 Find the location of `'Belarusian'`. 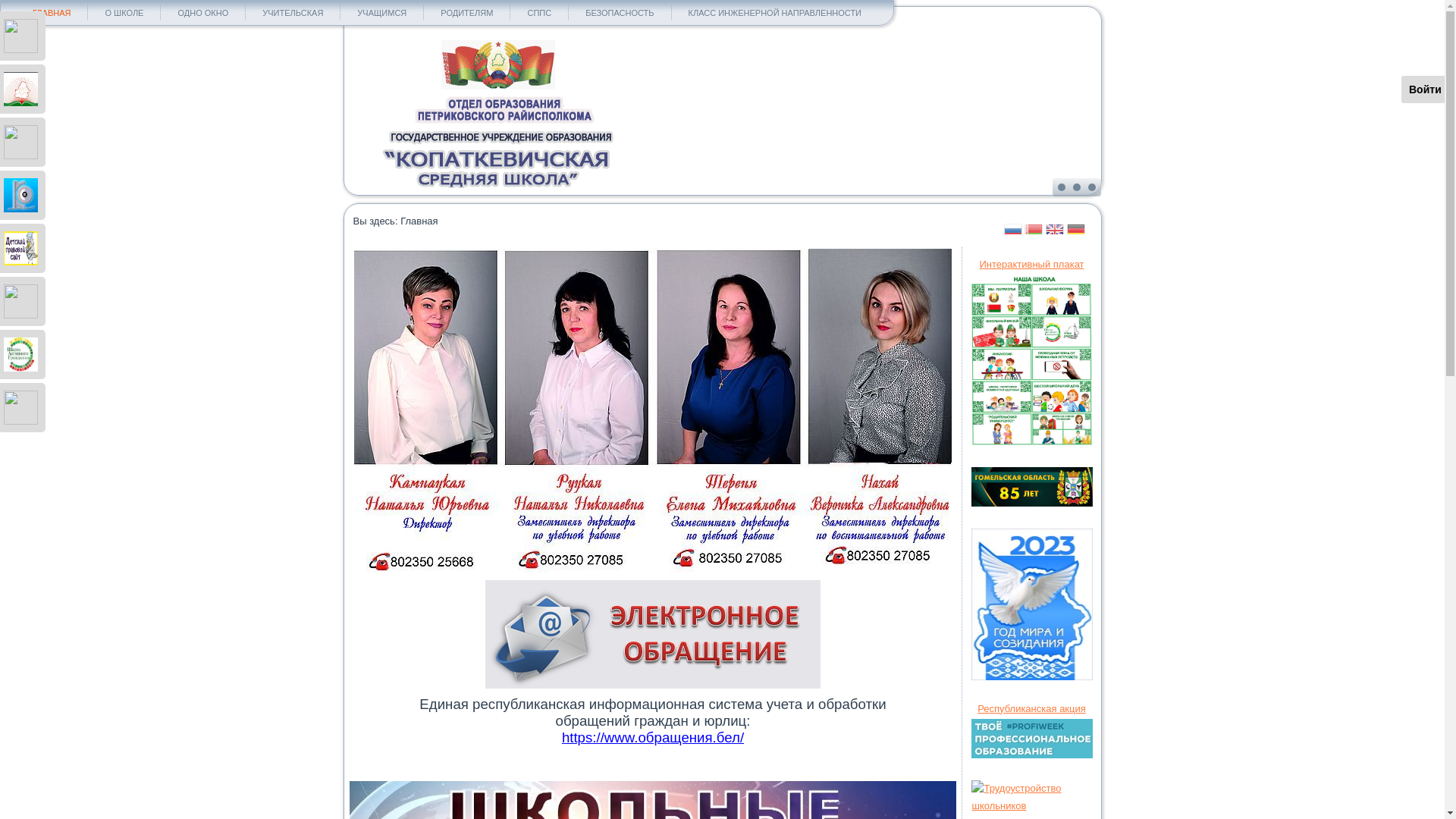

'Belarusian' is located at coordinates (1033, 227).